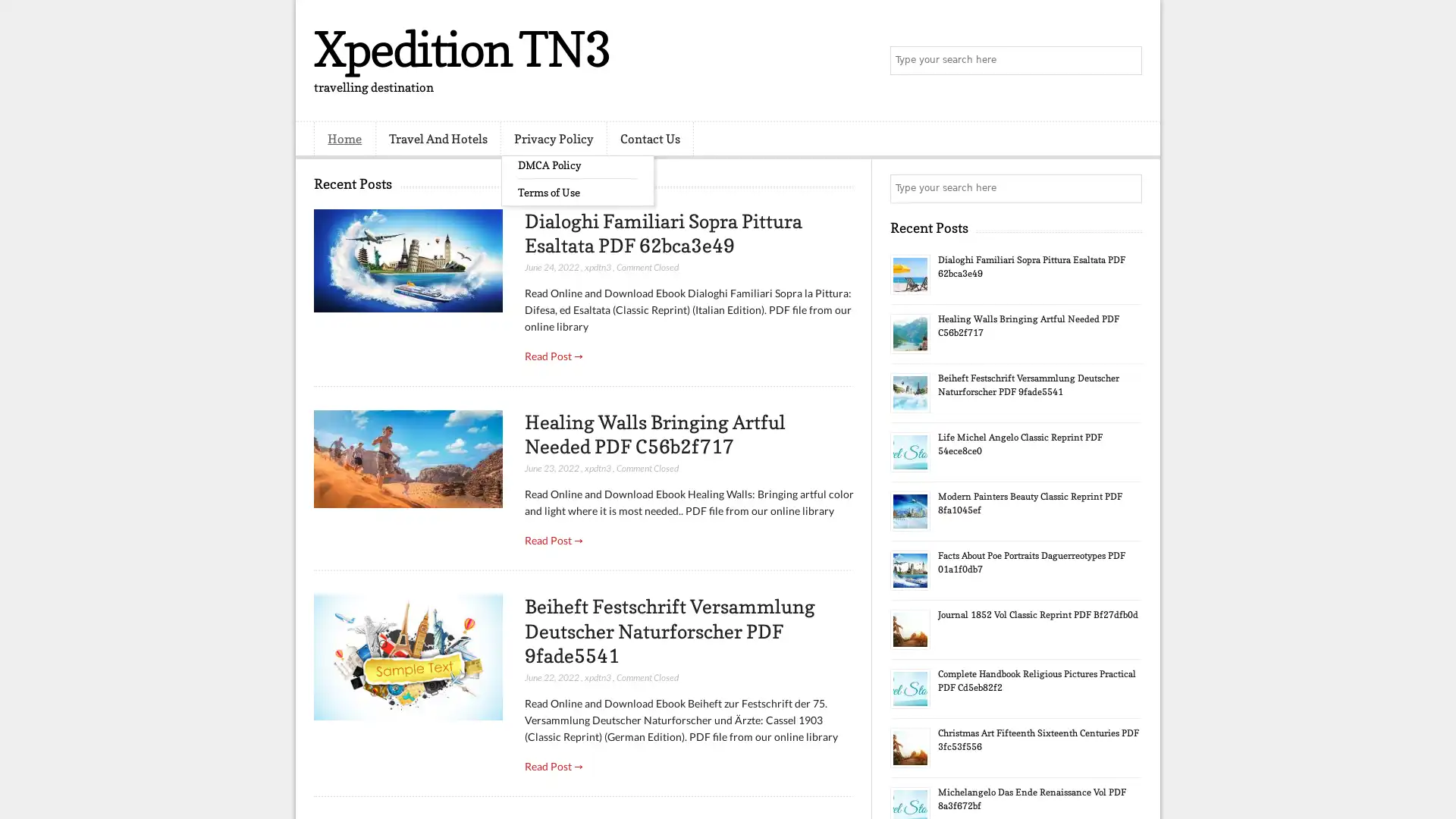 Image resolution: width=1456 pixels, height=819 pixels. What do you see at coordinates (1126, 61) in the screenshot?
I see `Search` at bounding box center [1126, 61].